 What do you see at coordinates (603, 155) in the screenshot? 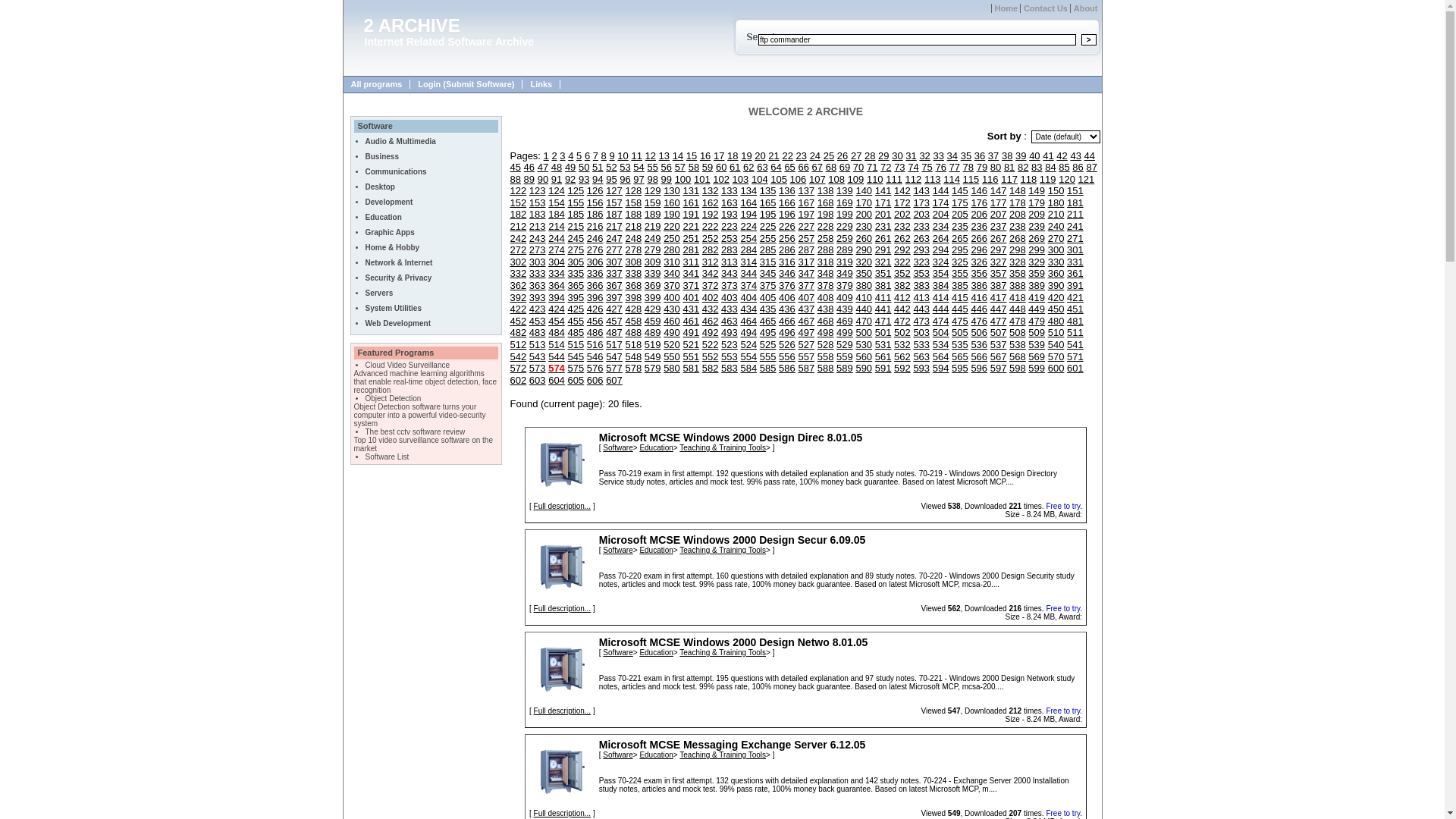
I see `'8'` at bounding box center [603, 155].